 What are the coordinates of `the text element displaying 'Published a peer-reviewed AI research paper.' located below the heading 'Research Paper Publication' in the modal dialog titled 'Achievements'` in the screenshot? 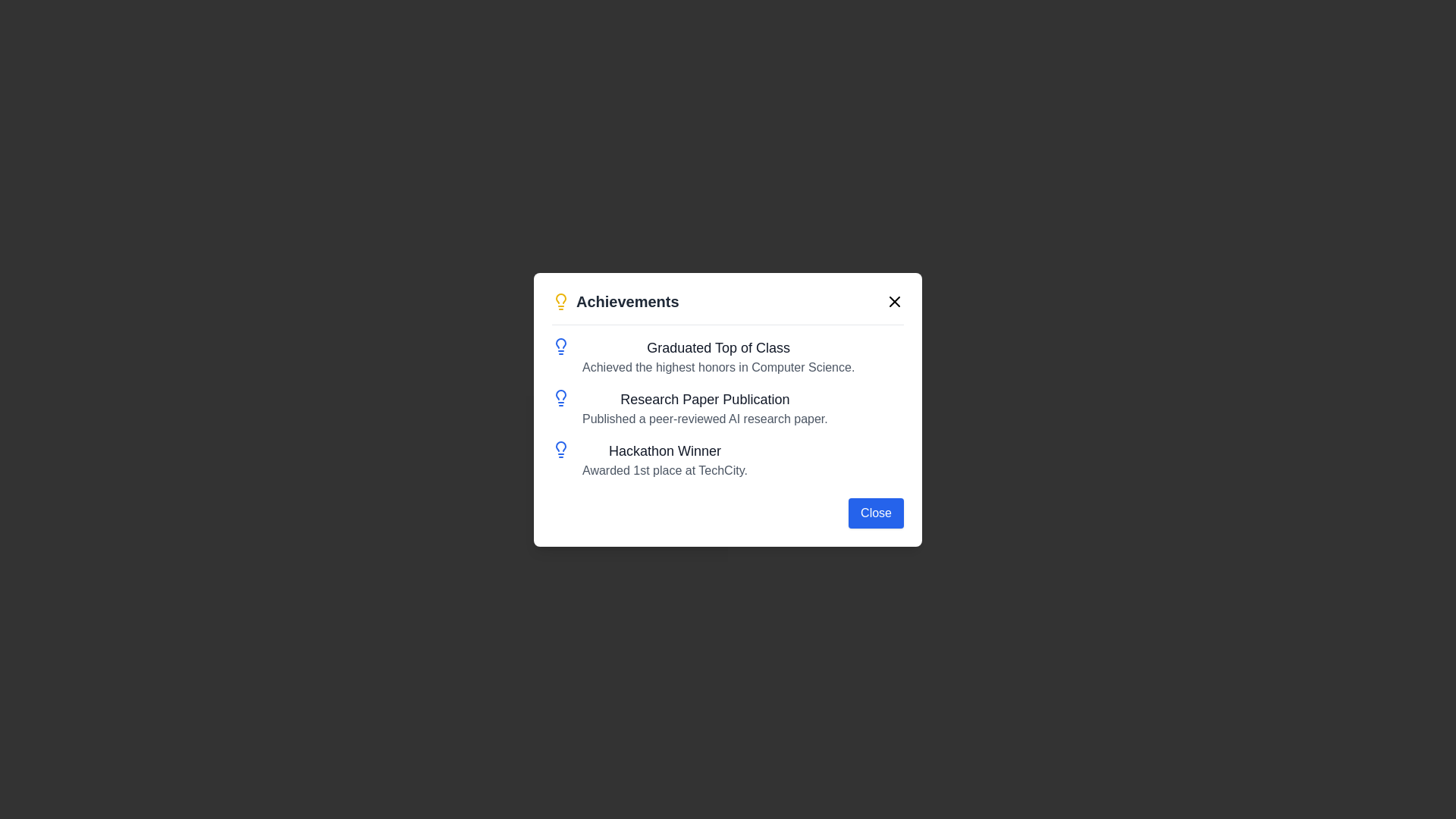 It's located at (704, 419).